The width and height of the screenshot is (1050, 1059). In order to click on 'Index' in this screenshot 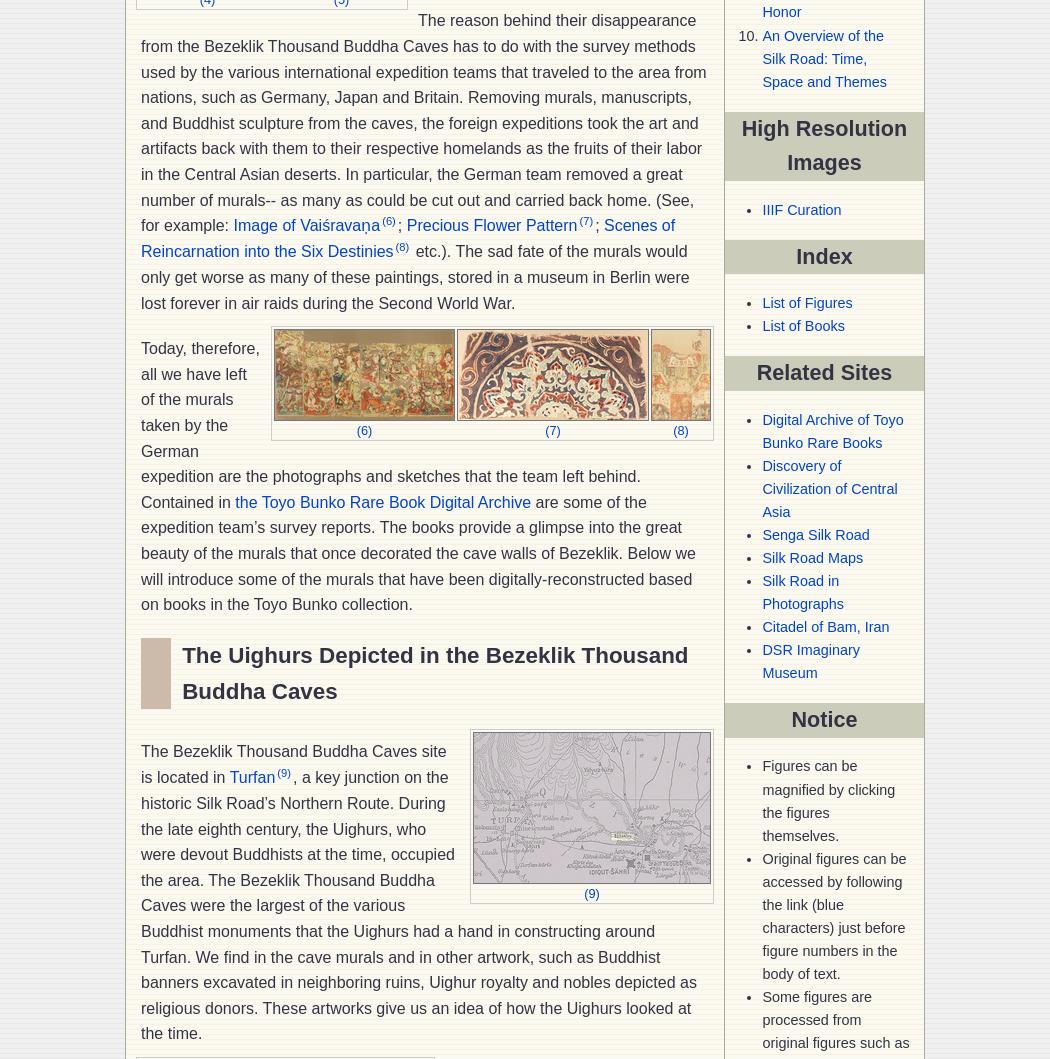, I will do `click(823, 255)`.